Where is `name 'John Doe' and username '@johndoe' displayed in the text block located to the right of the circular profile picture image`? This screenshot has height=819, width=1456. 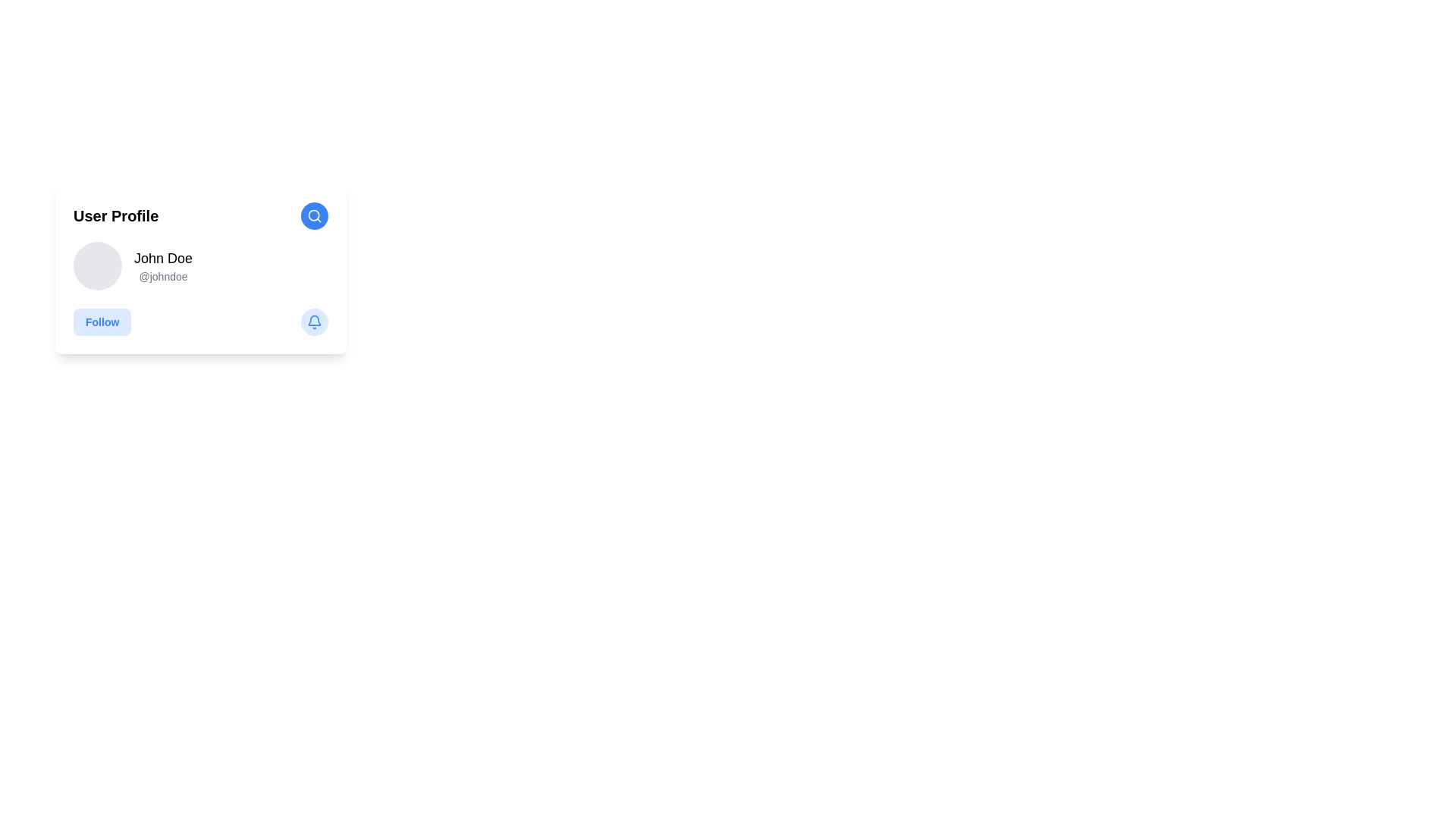
name 'John Doe' and username '@johndoe' displayed in the text block located to the right of the circular profile picture image is located at coordinates (163, 265).